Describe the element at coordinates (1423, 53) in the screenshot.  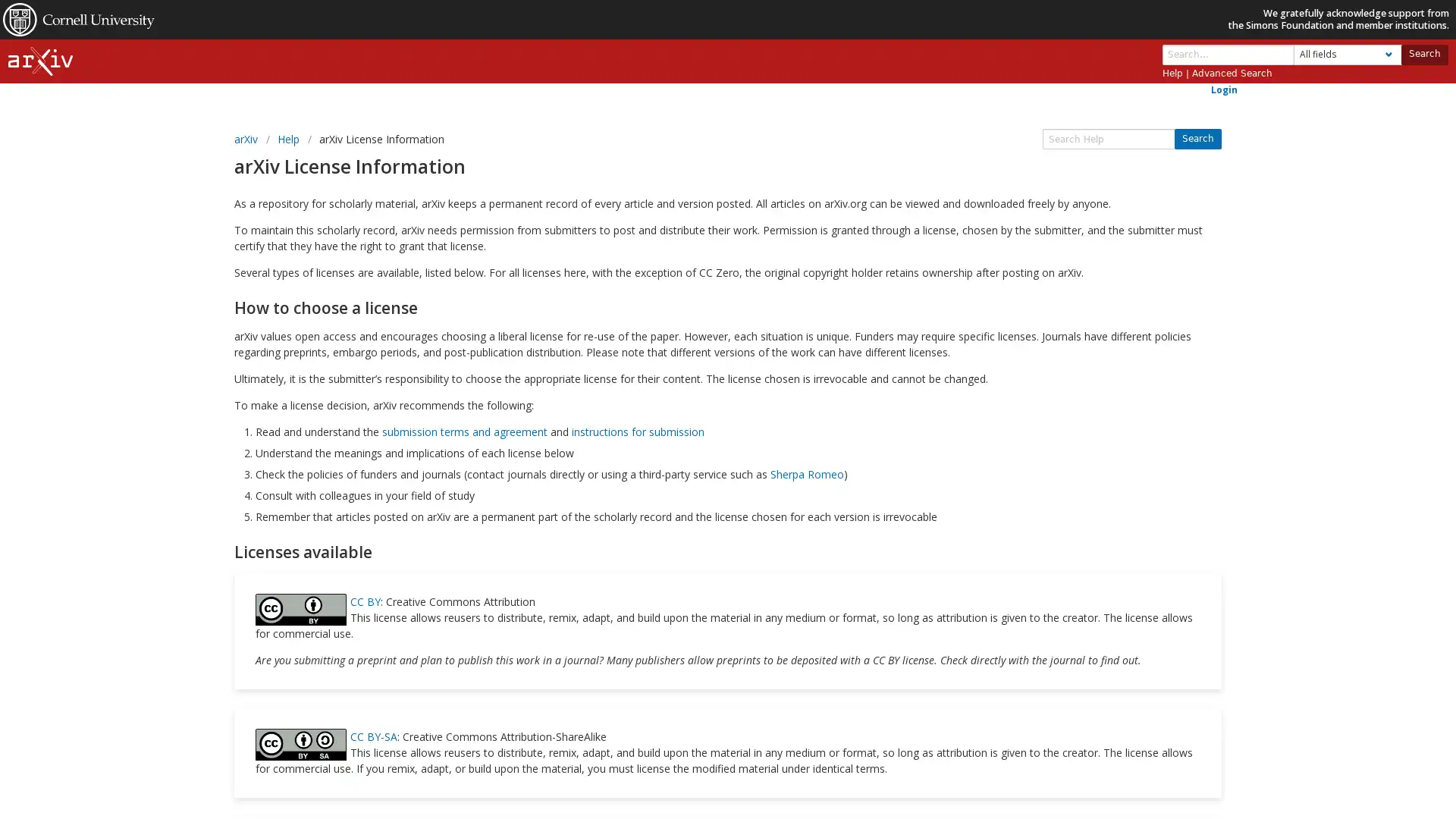
I see `Search` at that location.